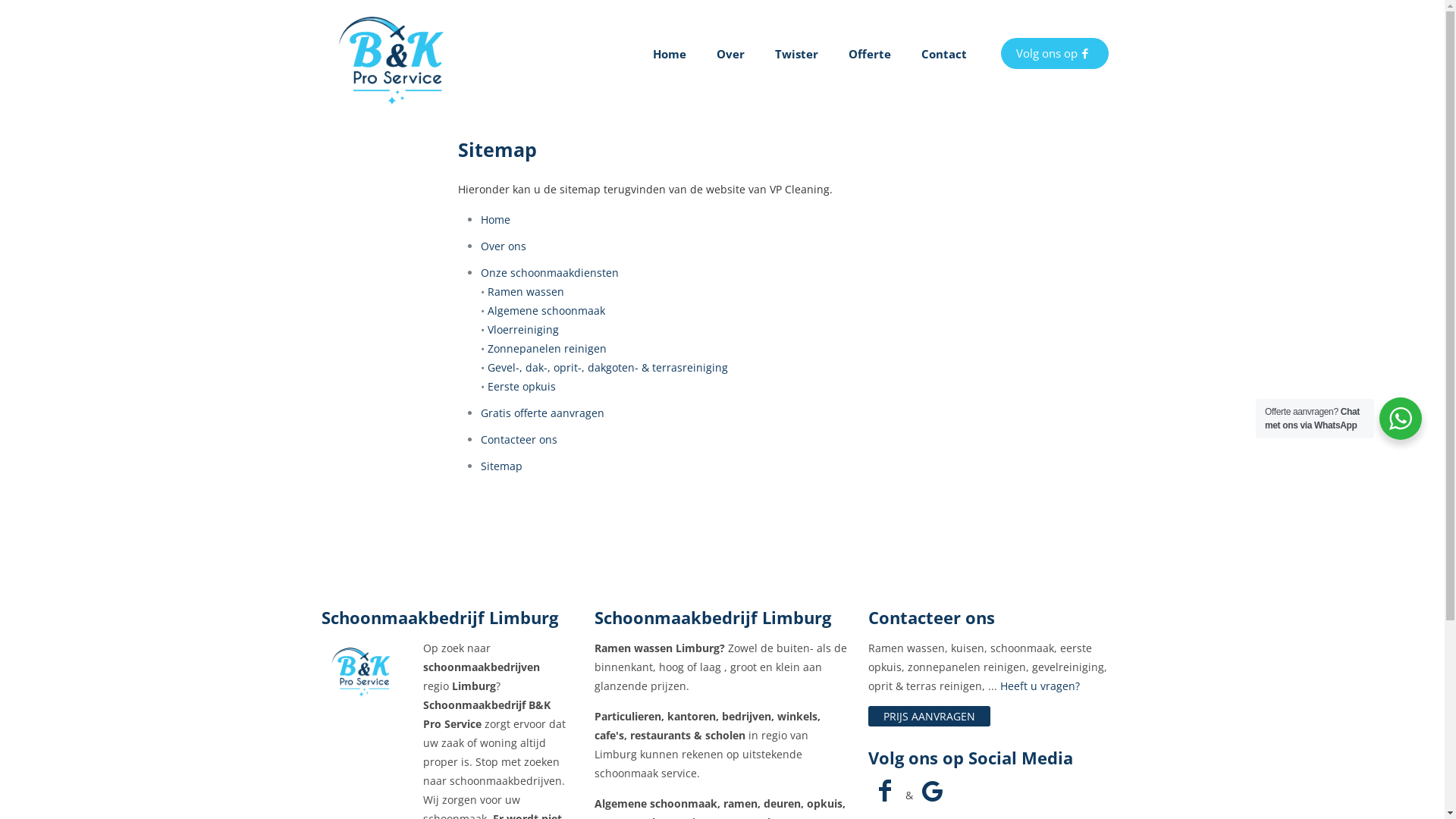 The height and width of the screenshot is (819, 1456). What do you see at coordinates (488, 385) in the screenshot?
I see `'Eerste opkuis'` at bounding box center [488, 385].